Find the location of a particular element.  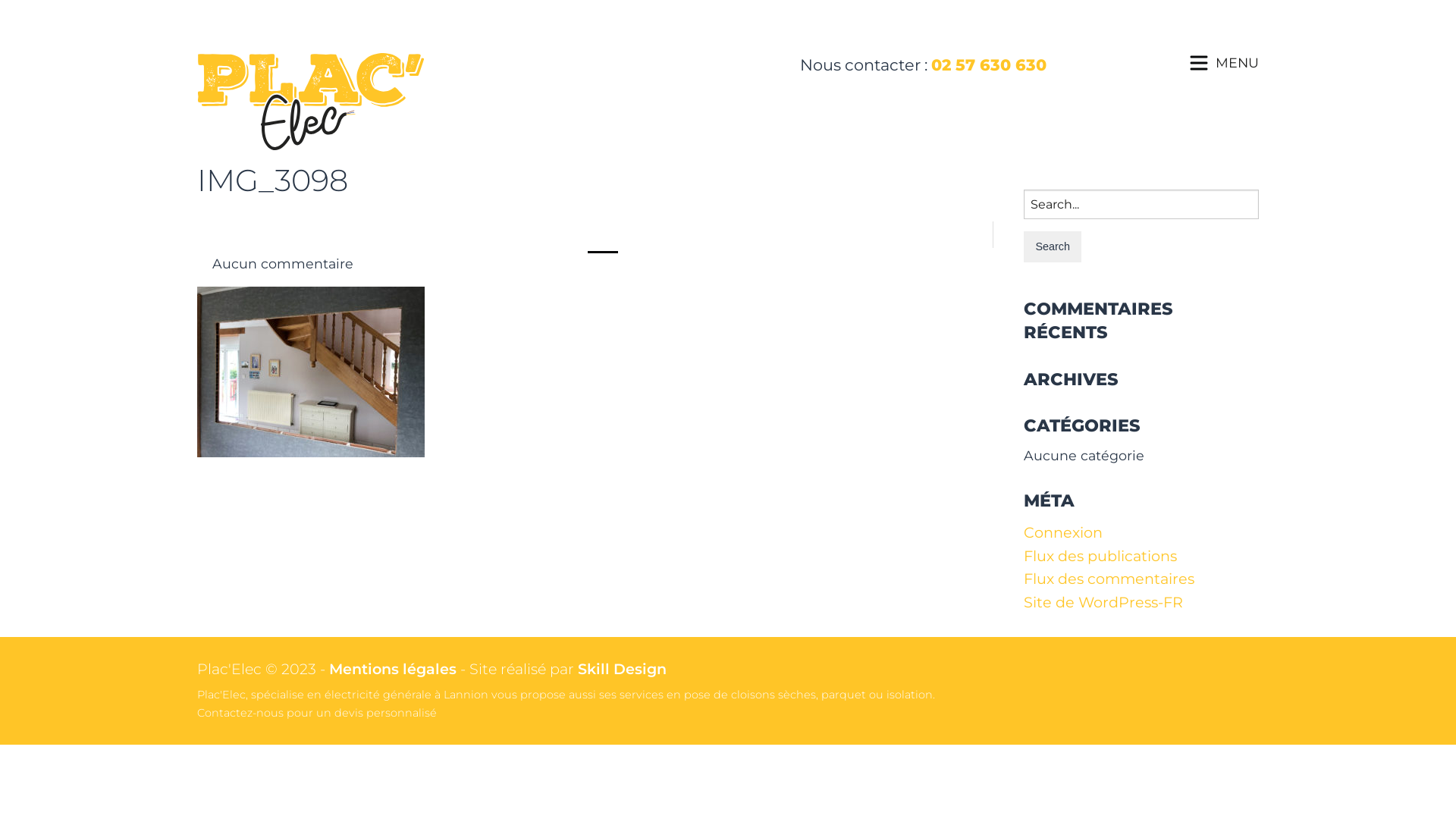

'Flux des publications' is located at coordinates (1023, 555).